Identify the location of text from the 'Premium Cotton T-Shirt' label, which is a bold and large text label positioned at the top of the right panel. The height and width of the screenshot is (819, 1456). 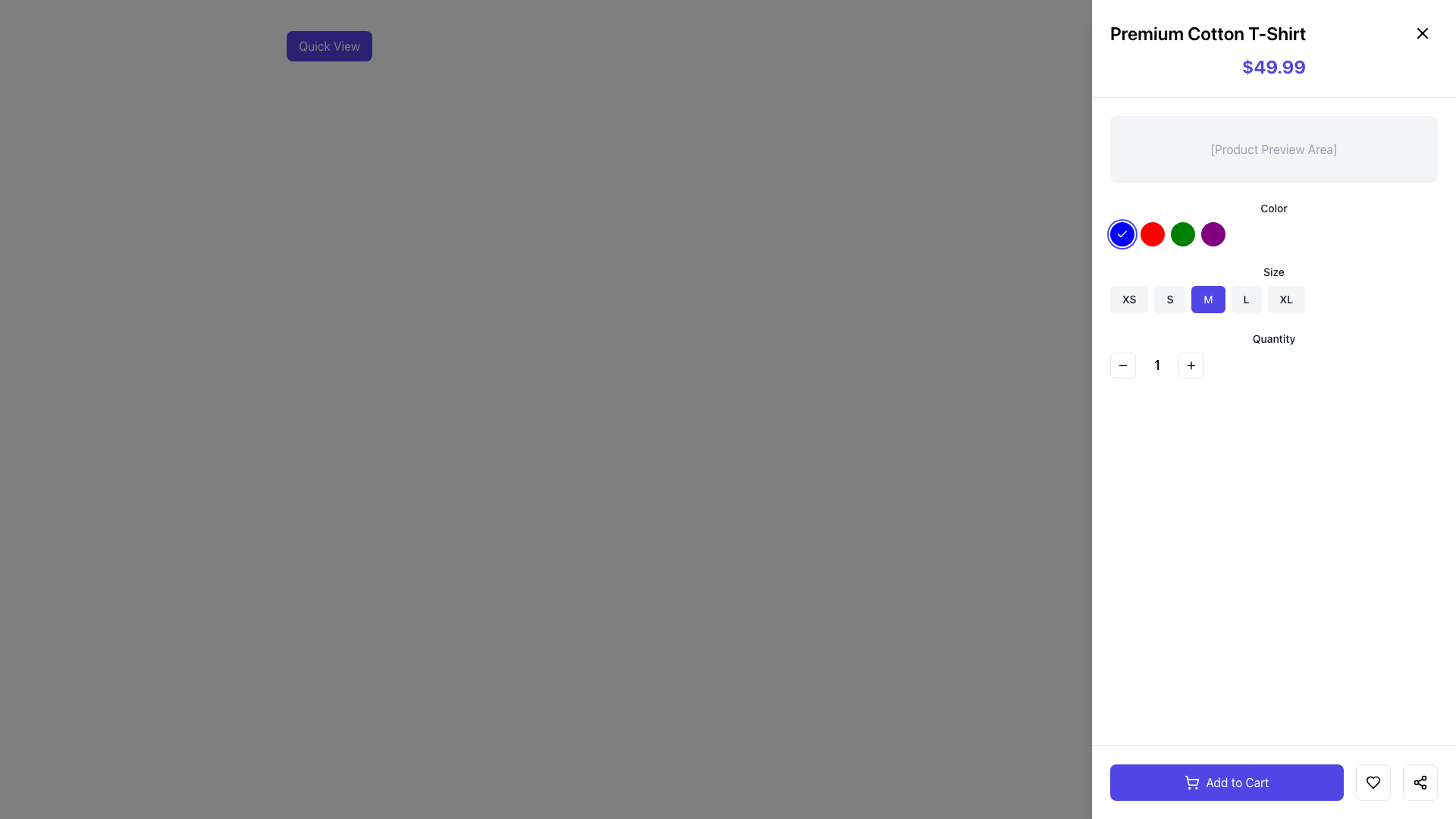
(1207, 33).